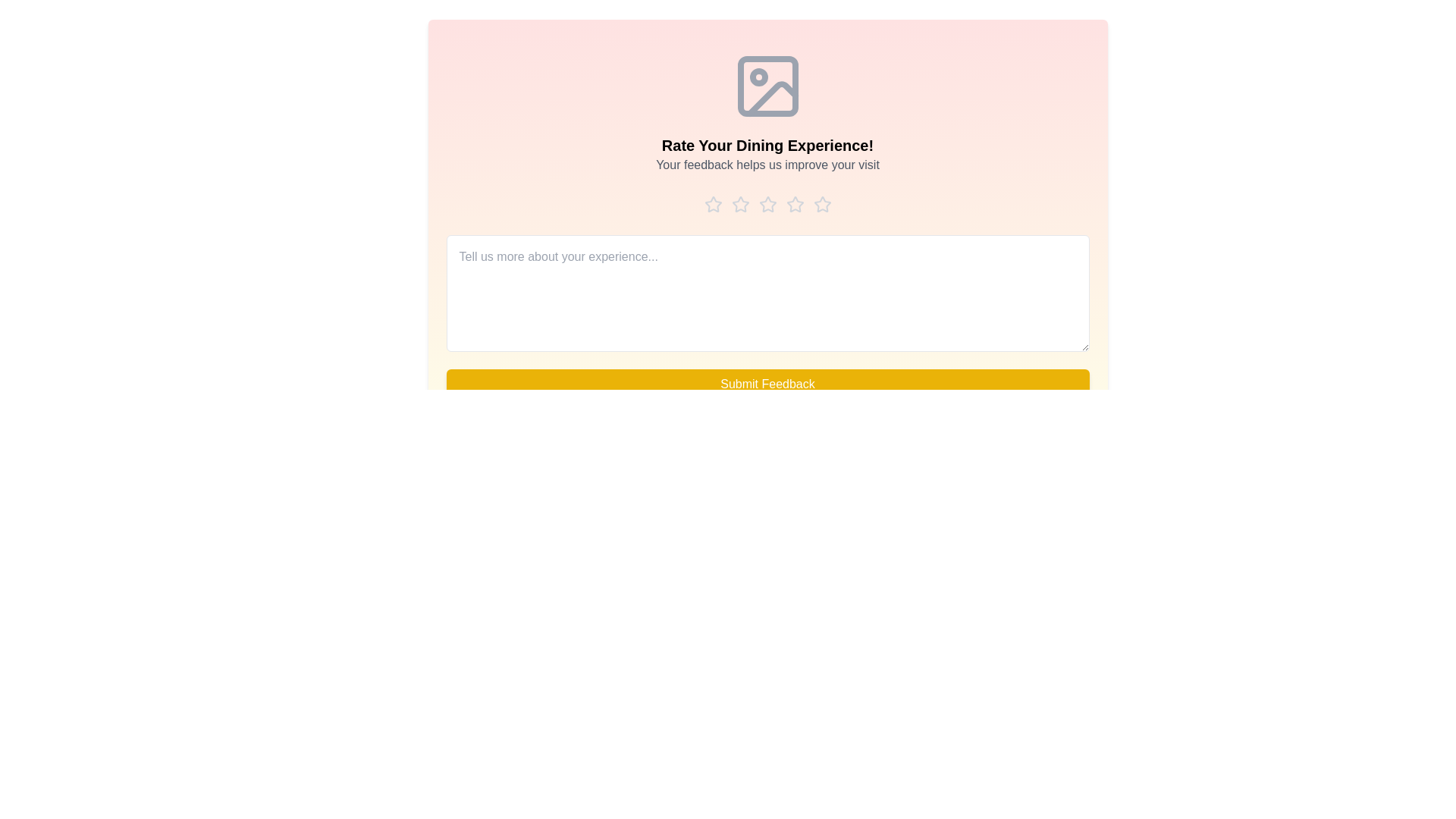  Describe the element at coordinates (821, 205) in the screenshot. I see `the star corresponding to the rating 5 to preview it` at that location.